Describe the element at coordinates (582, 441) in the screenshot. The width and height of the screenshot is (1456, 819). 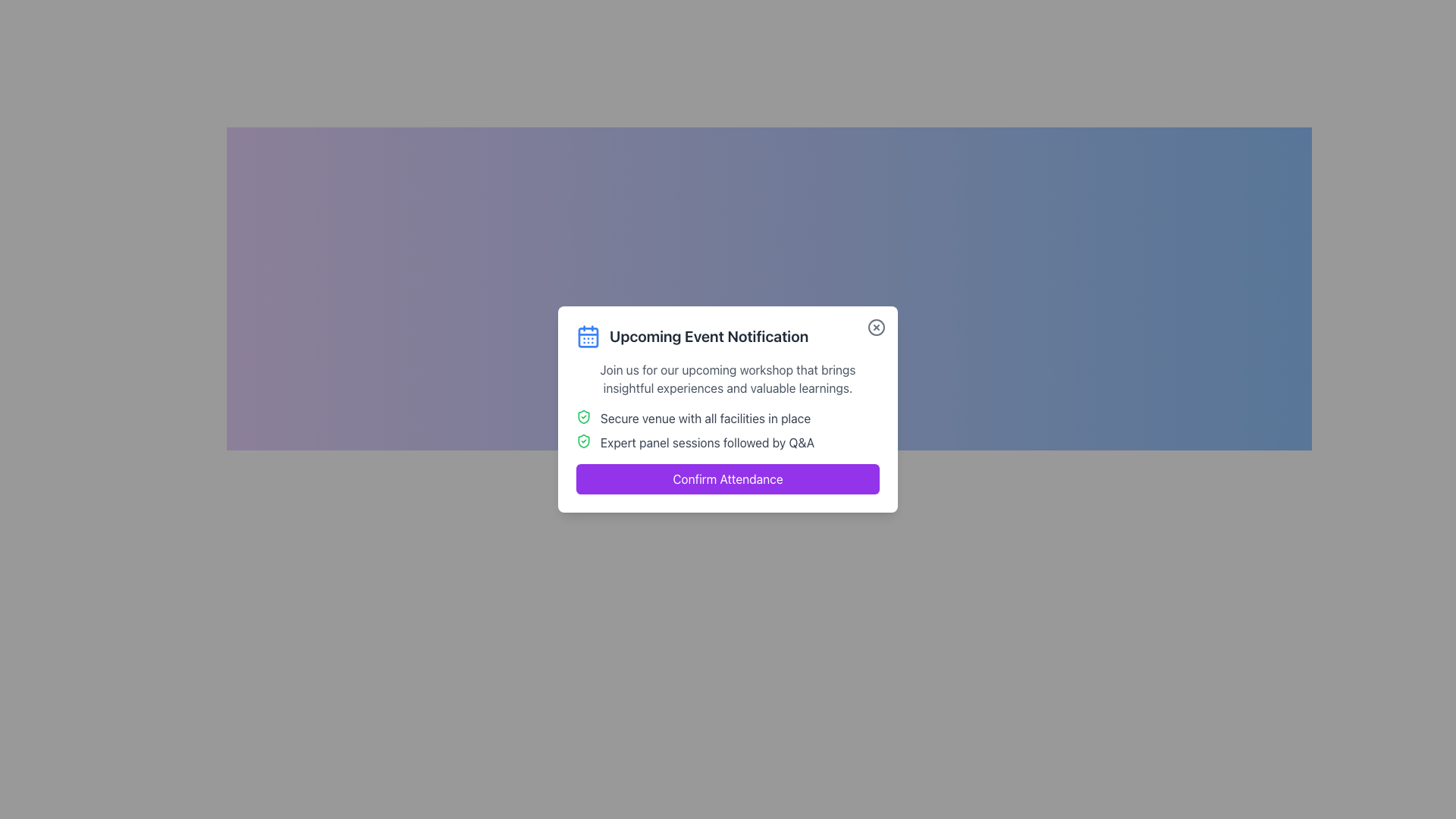
I see `the shield icon located to the left of the text 'Expert panel sessions followed by Q&A' in the modal, which serves as a visual indicator of security or confirmation` at that location.